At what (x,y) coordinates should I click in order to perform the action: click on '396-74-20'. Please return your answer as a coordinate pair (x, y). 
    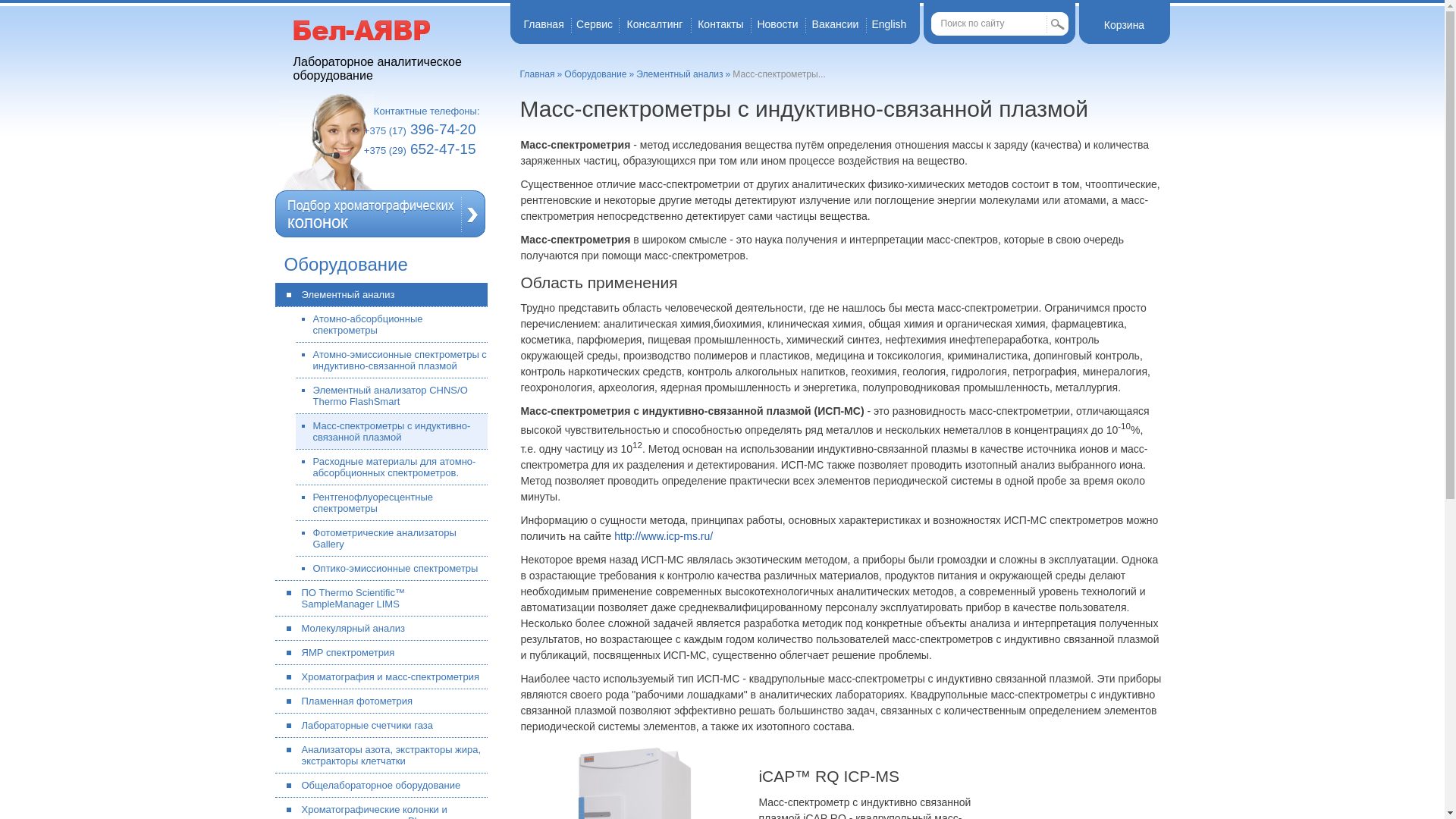
    Looking at the image, I should click on (442, 128).